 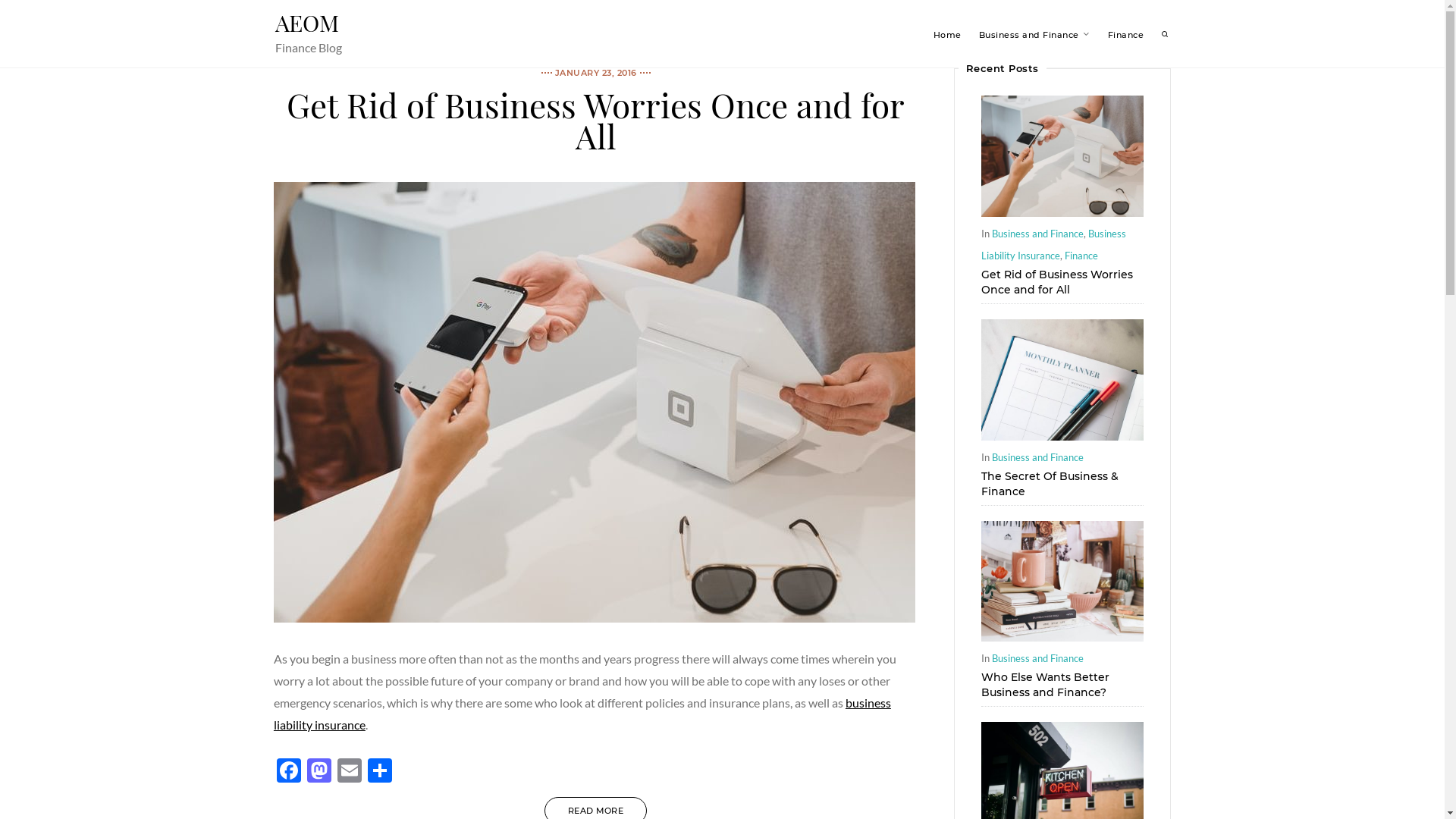 What do you see at coordinates (348, 772) in the screenshot?
I see `'Email'` at bounding box center [348, 772].